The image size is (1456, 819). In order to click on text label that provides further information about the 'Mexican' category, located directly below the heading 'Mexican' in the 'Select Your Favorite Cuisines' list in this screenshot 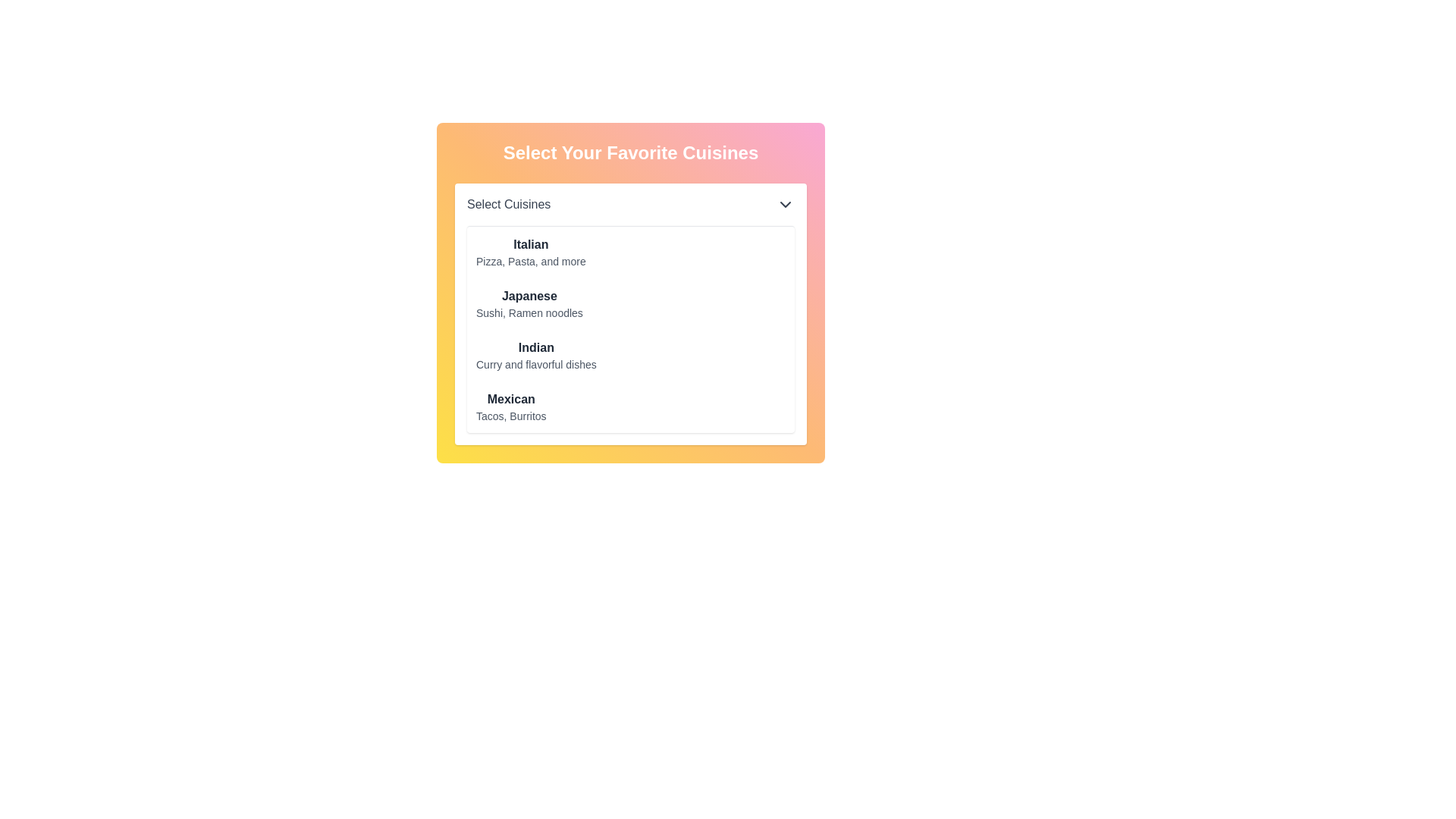, I will do `click(511, 416)`.